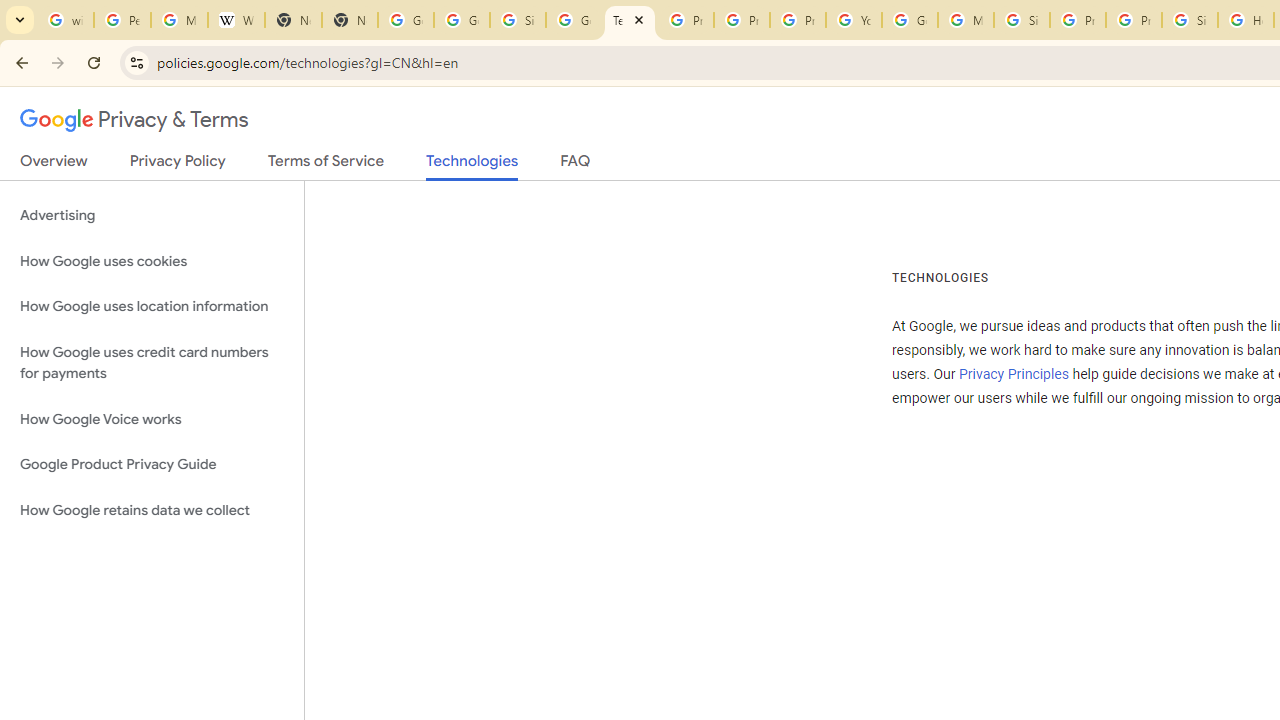 This screenshot has height=720, width=1280. I want to click on 'Manage your Location History - Google Search Help', so click(179, 20).